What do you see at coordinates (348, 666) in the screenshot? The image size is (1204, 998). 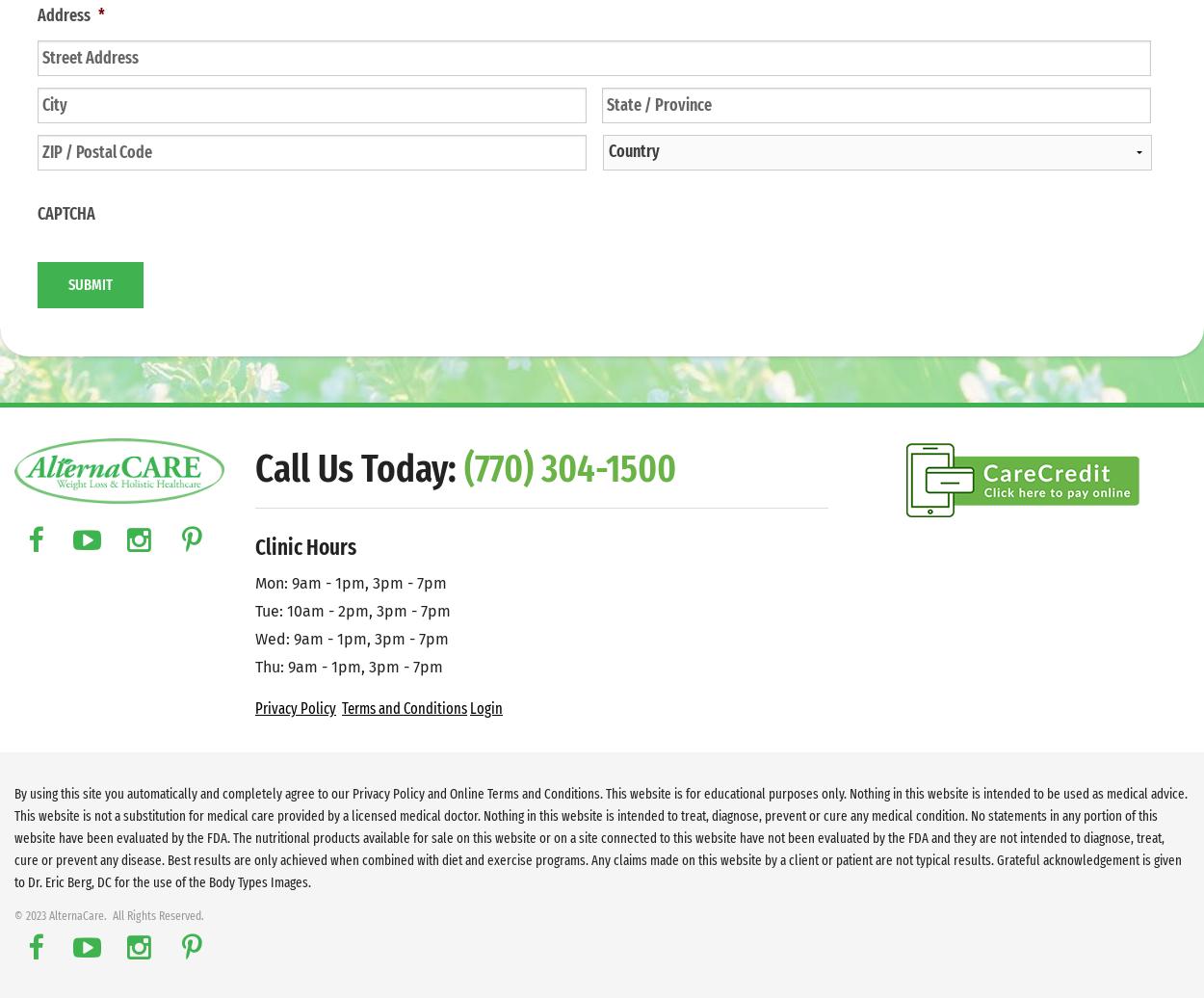 I see `'Thu: 9am - 1pm, 3pm - 7pm'` at bounding box center [348, 666].